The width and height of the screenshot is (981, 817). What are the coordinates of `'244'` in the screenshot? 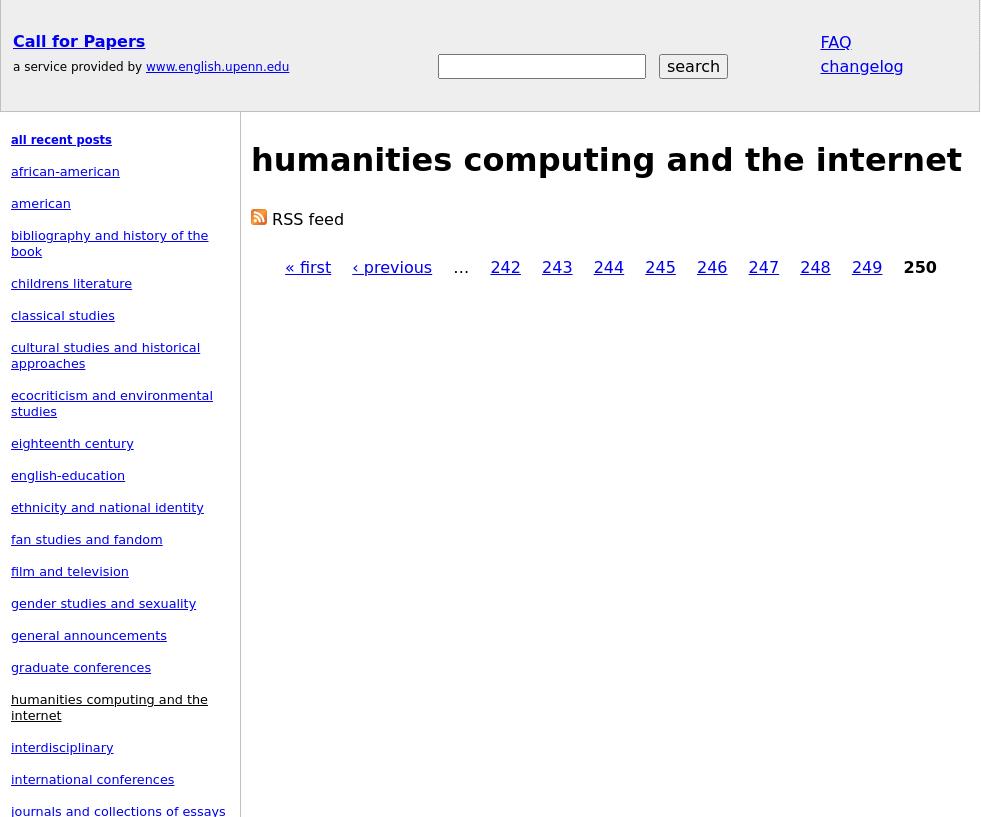 It's located at (608, 267).